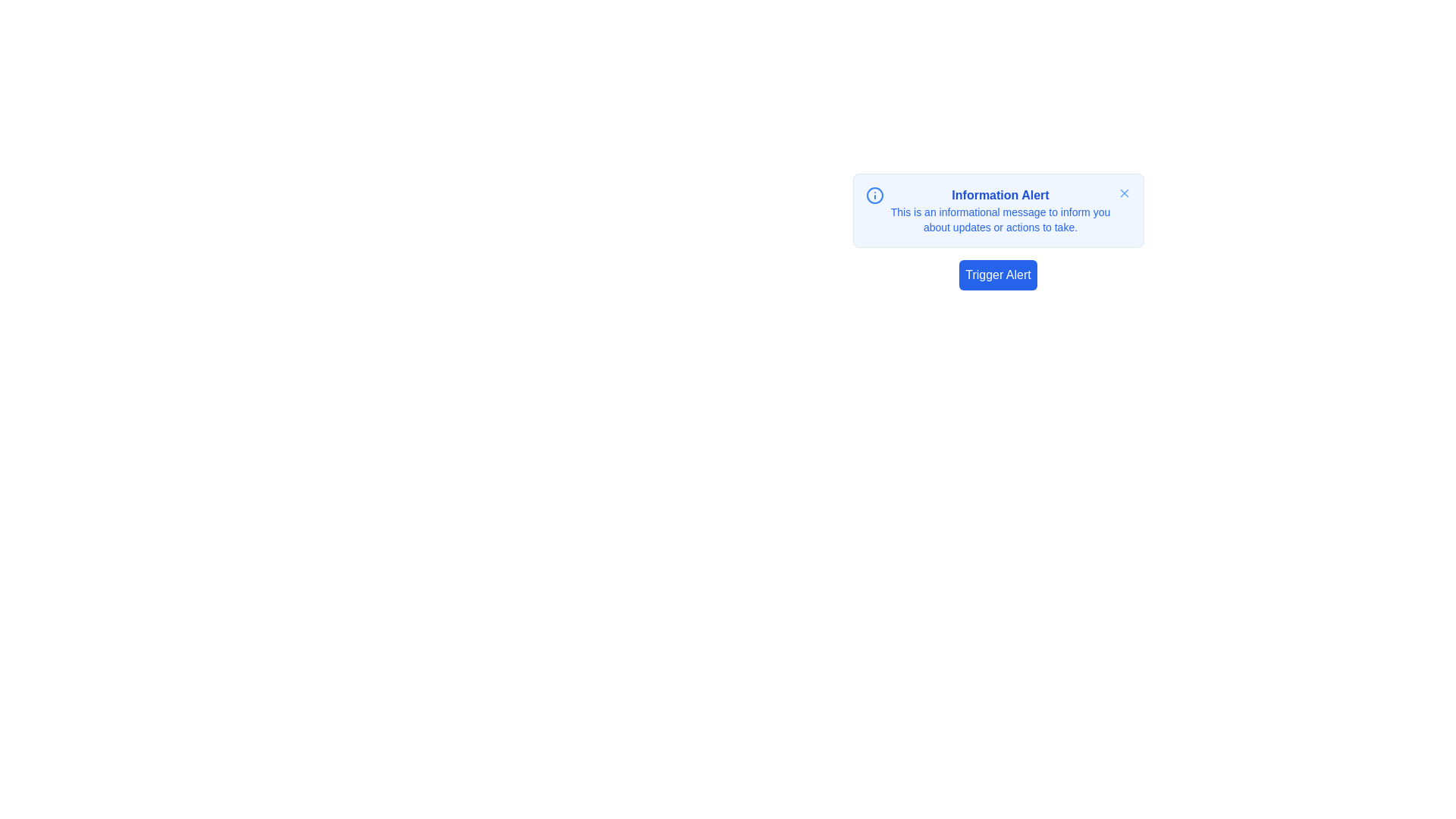  What do you see at coordinates (874, 195) in the screenshot?
I see `the outer circle of the information icon located in the notification box at the upper left of the notification content` at bounding box center [874, 195].